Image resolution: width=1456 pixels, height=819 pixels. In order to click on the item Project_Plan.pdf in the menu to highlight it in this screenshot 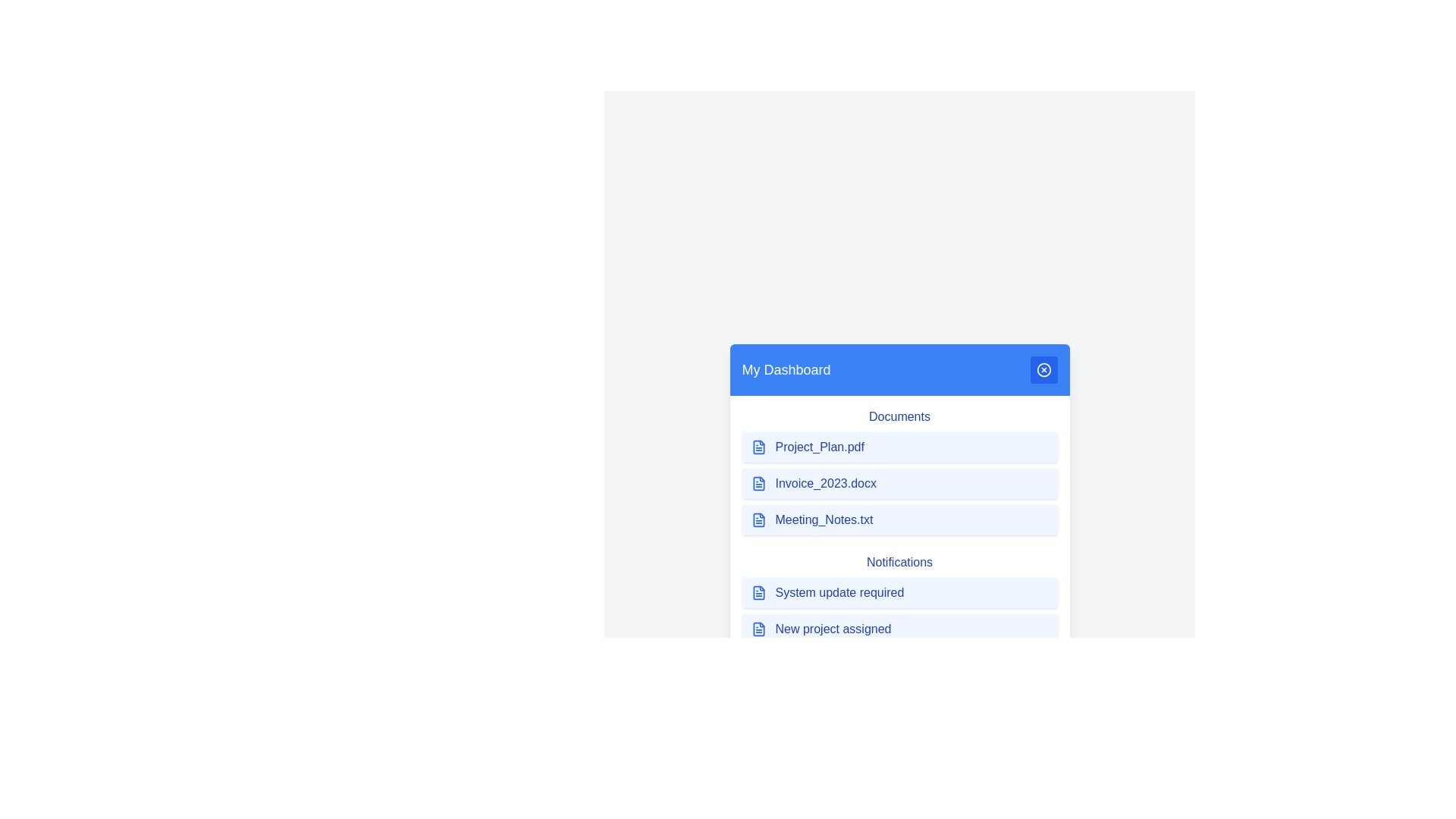, I will do `click(899, 447)`.